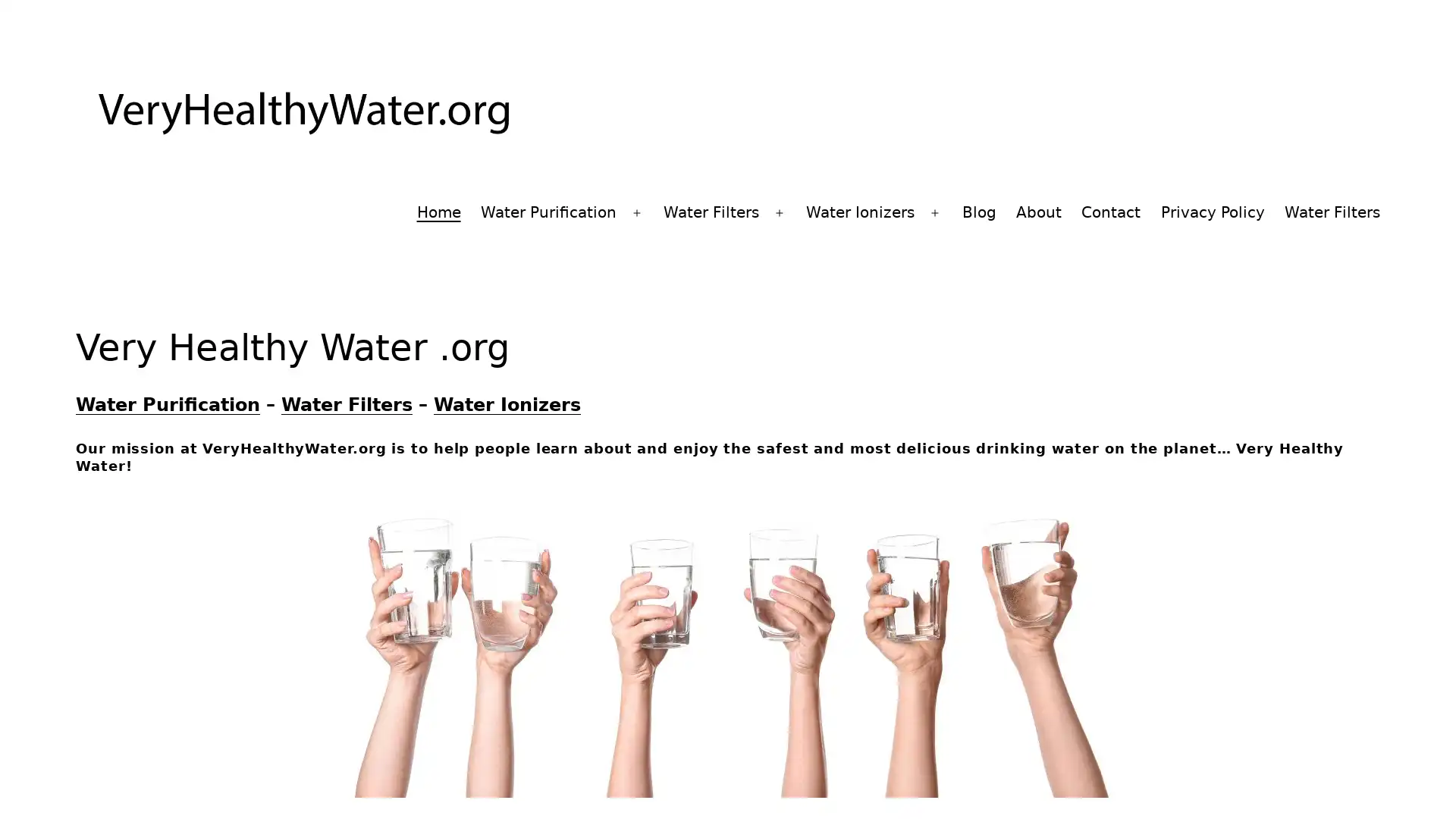 The width and height of the screenshot is (1456, 819). Describe the element at coordinates (779, 213) in the screenshot. I see `Open menu` at that location.